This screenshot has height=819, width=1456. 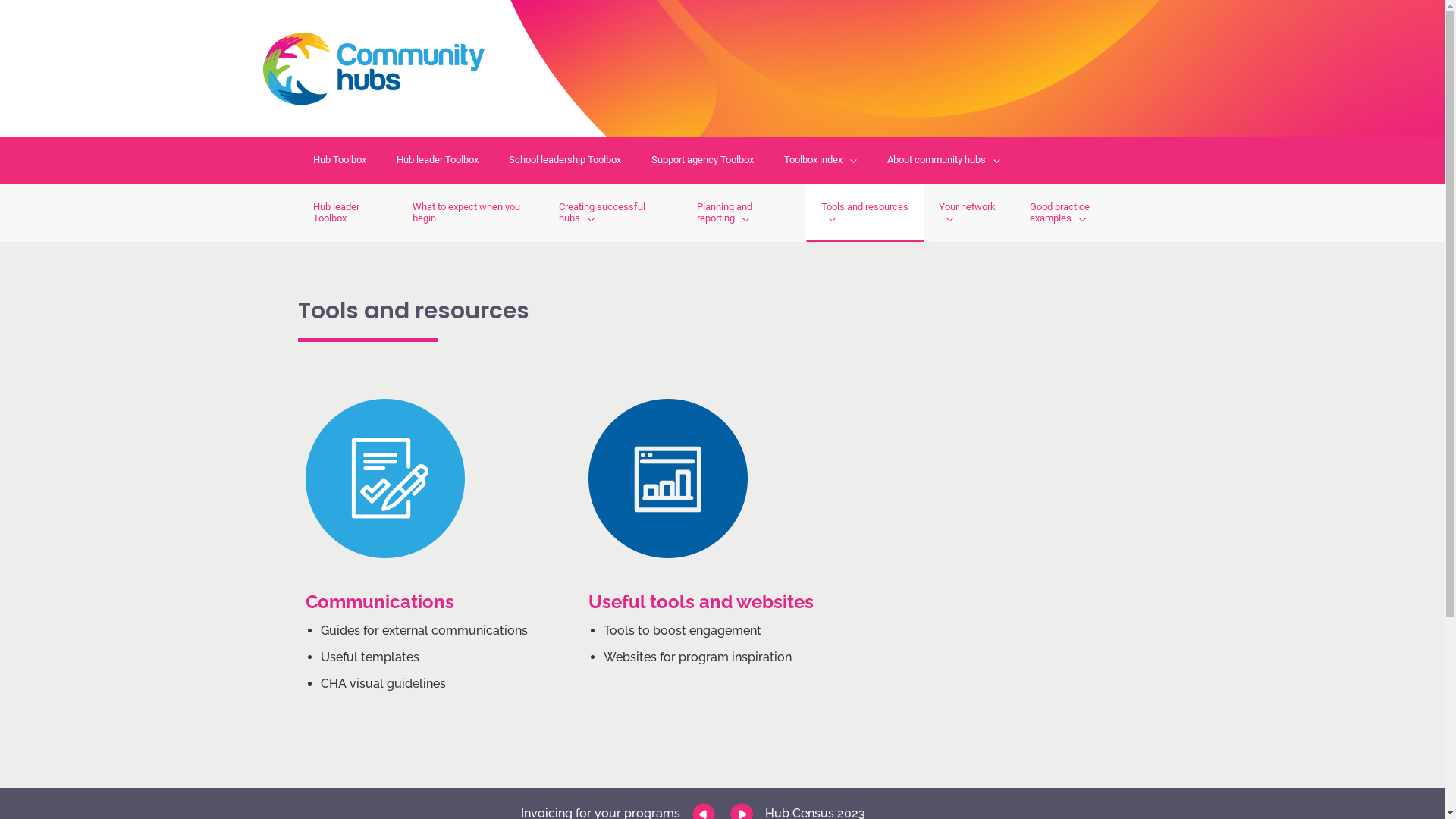 What do you see at coordinates (381, 160) in the screenshot?
I see `'Hub leader Toolbox'` at bounding box center [381, 160].